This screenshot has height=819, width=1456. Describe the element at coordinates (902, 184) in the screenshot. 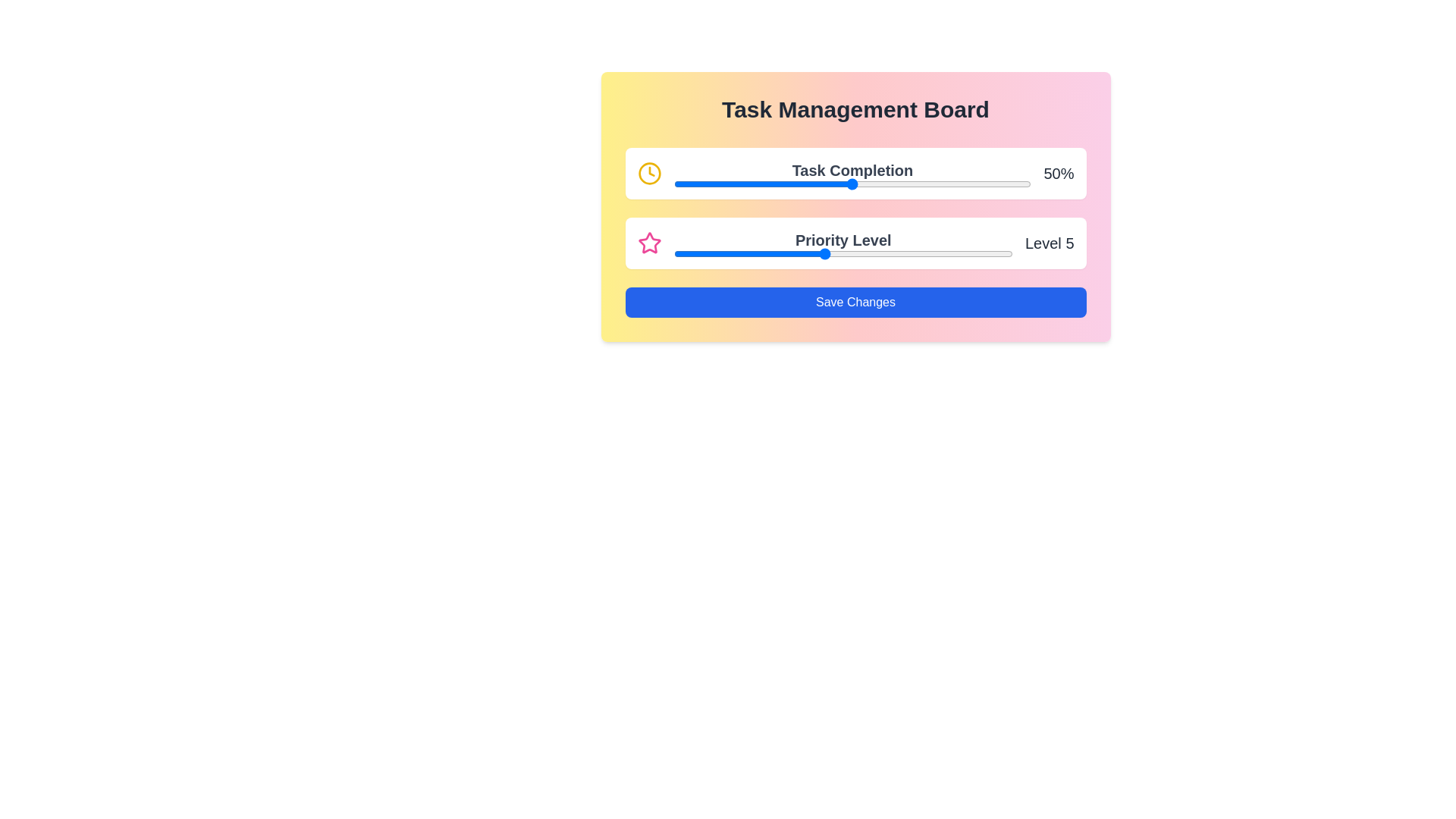

I see `the task completion slider` at that location.